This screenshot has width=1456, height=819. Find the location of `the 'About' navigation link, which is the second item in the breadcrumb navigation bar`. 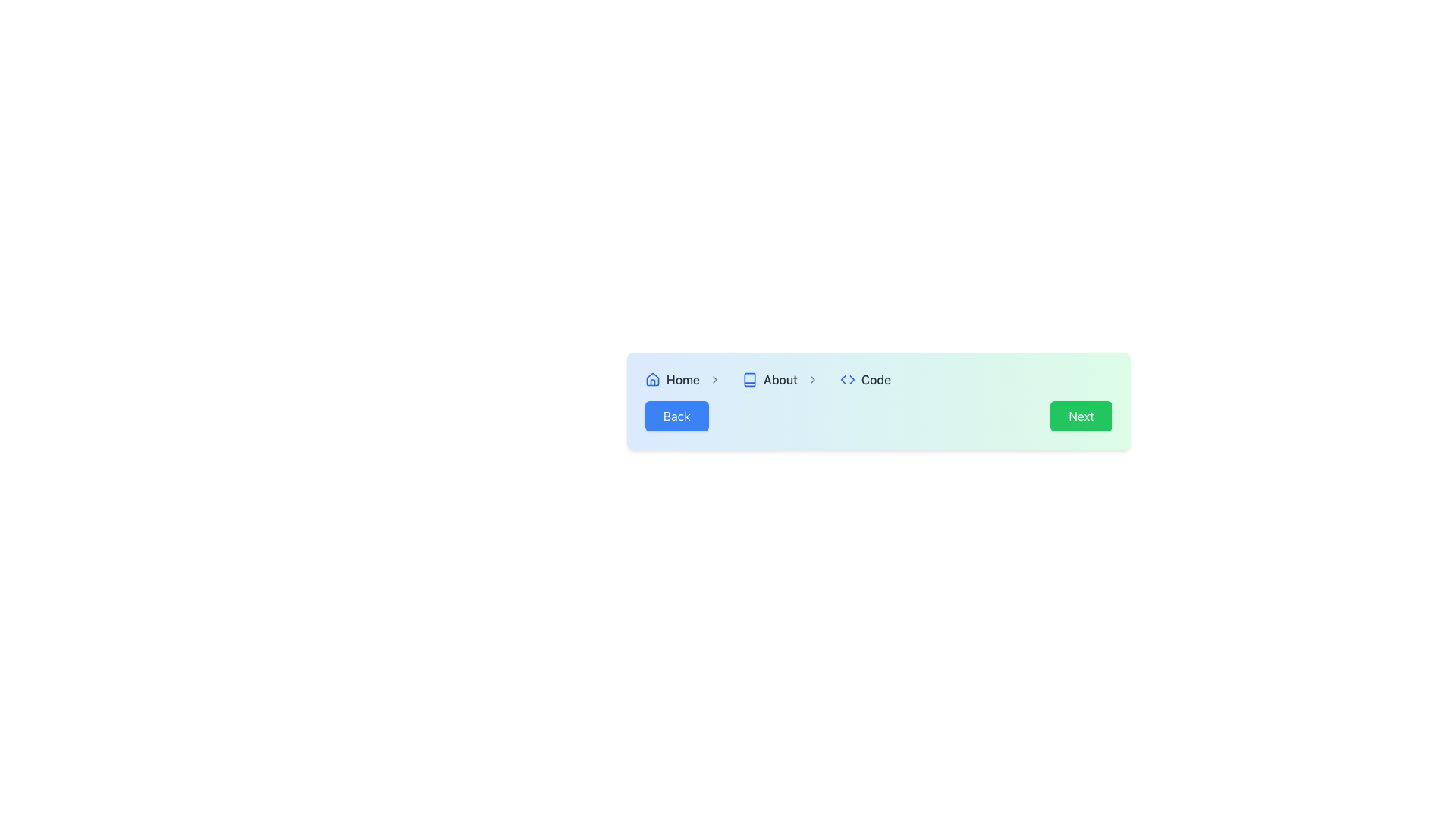

the 'About' navigation link, which is the second item in the breadcrumb navigation bar is located at coordinates (785, 379).